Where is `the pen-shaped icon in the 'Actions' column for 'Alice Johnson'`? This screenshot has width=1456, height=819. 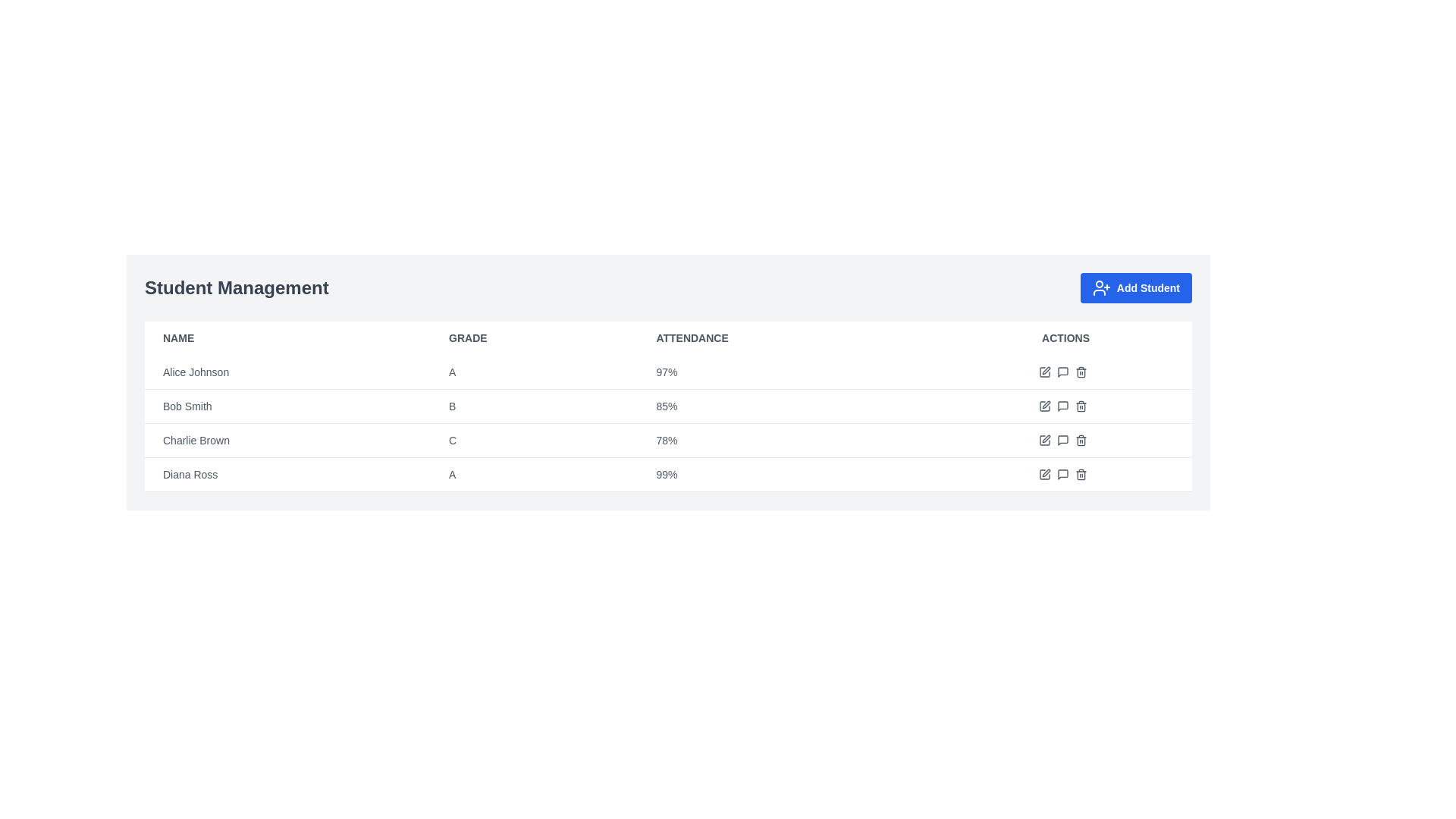
the pen-shaped icon in the 'Actions' column for 'Alice Johnson' is located at coordinates (1043, 372).